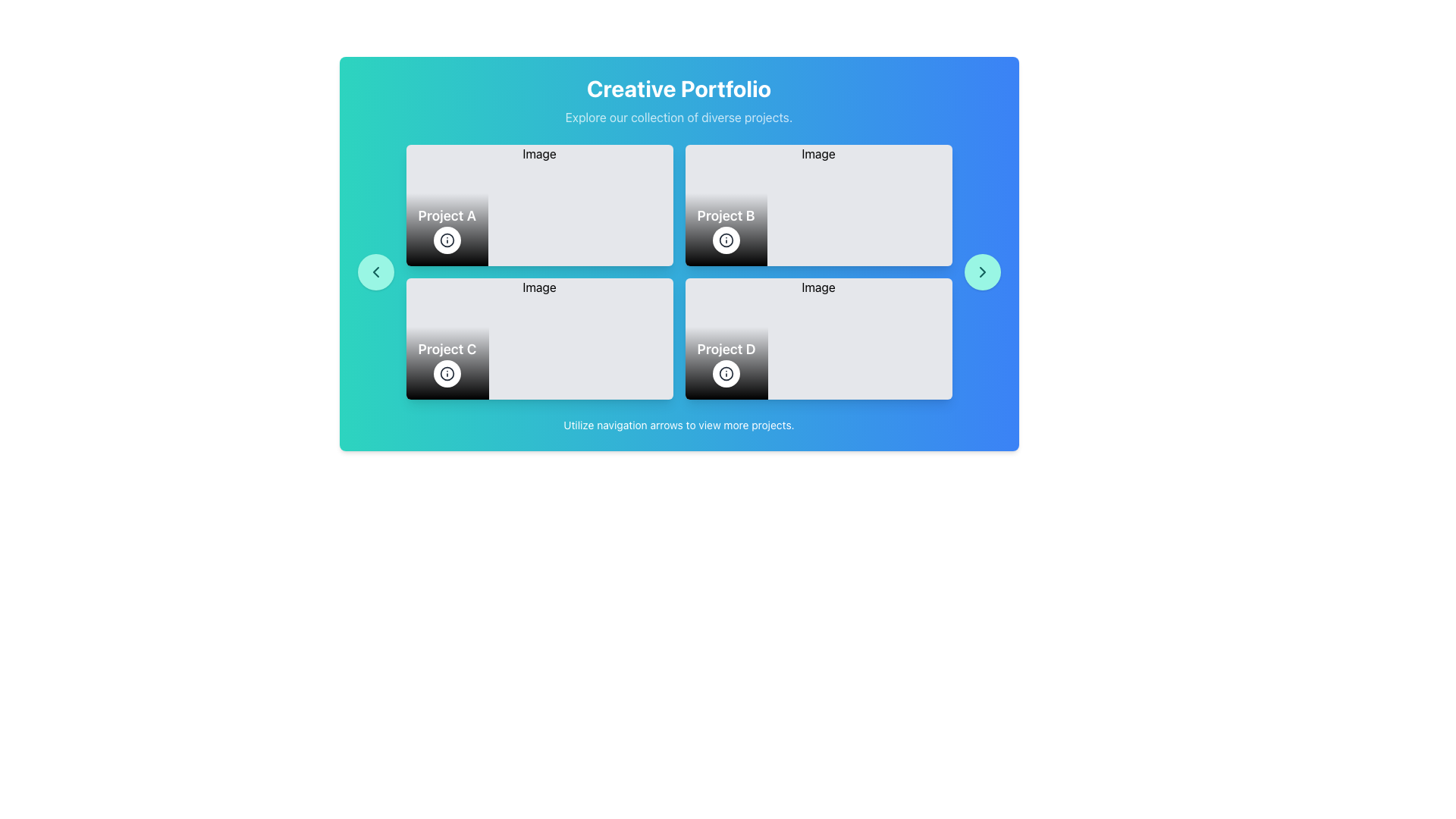  What do you see at coordinates (725, 239) in the screenshot?
I see `the circular button with a white background and dark outline located` at bounding box center [725, 239].